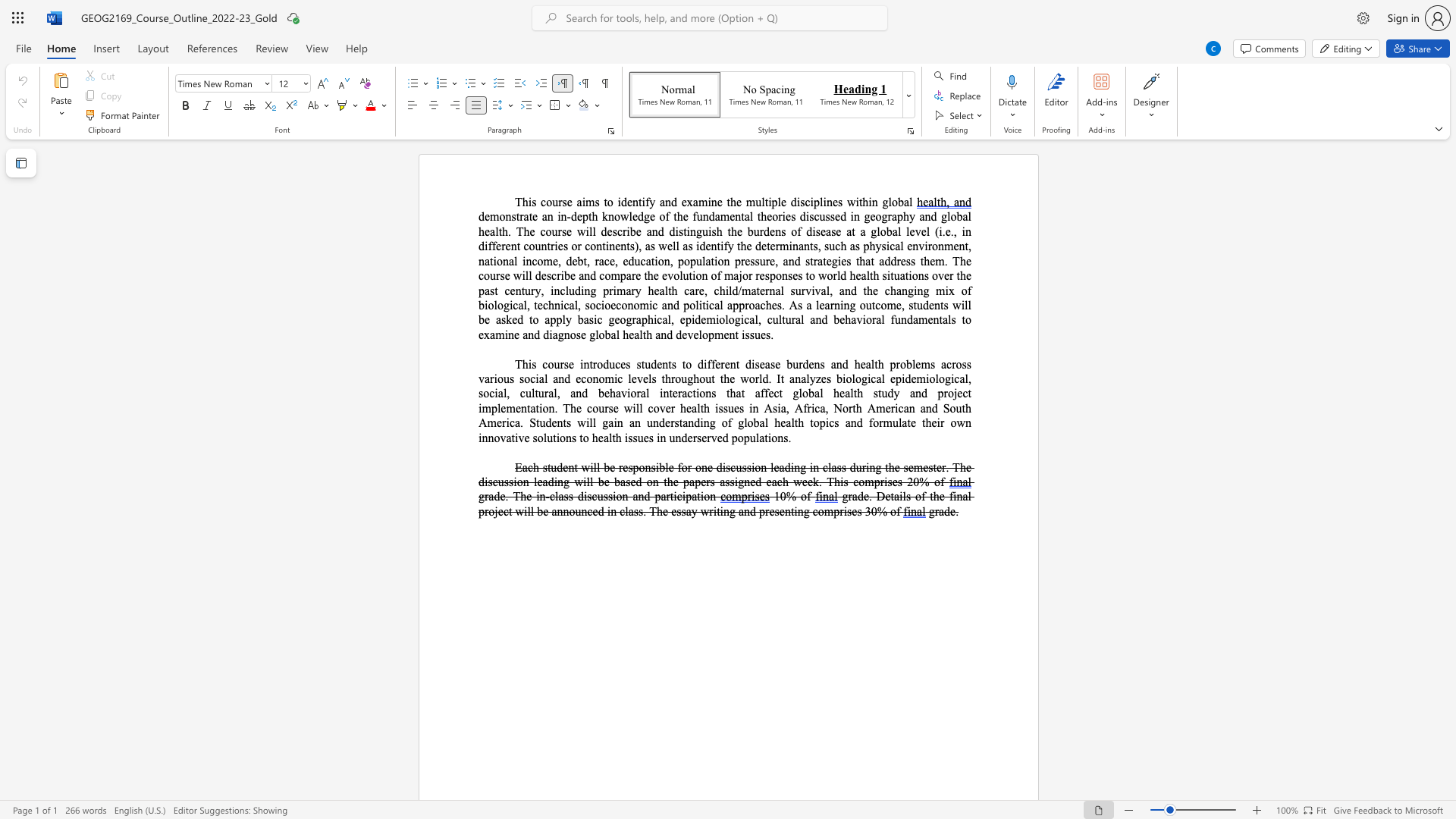 This screenshot has width=1456, height=819. Describe the element at coordinates (502, 496) in the screenshot. I see `the 1th character "e" in the text` at that location.